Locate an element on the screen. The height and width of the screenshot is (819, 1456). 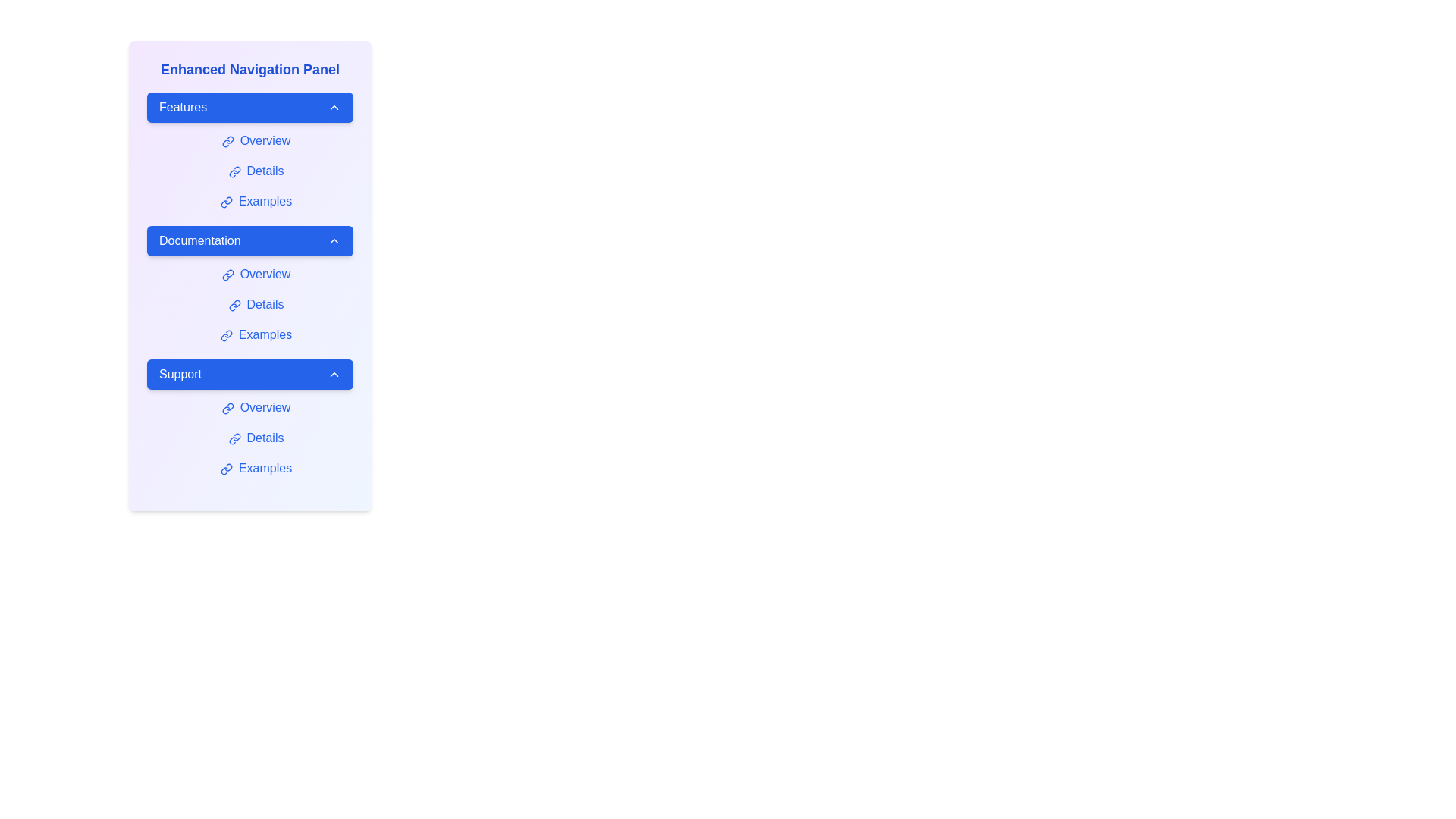
the clickable link icon located in the 'Support' section next to the 'Examples' text label in the navigation panel is located at coordinates (224, 470).